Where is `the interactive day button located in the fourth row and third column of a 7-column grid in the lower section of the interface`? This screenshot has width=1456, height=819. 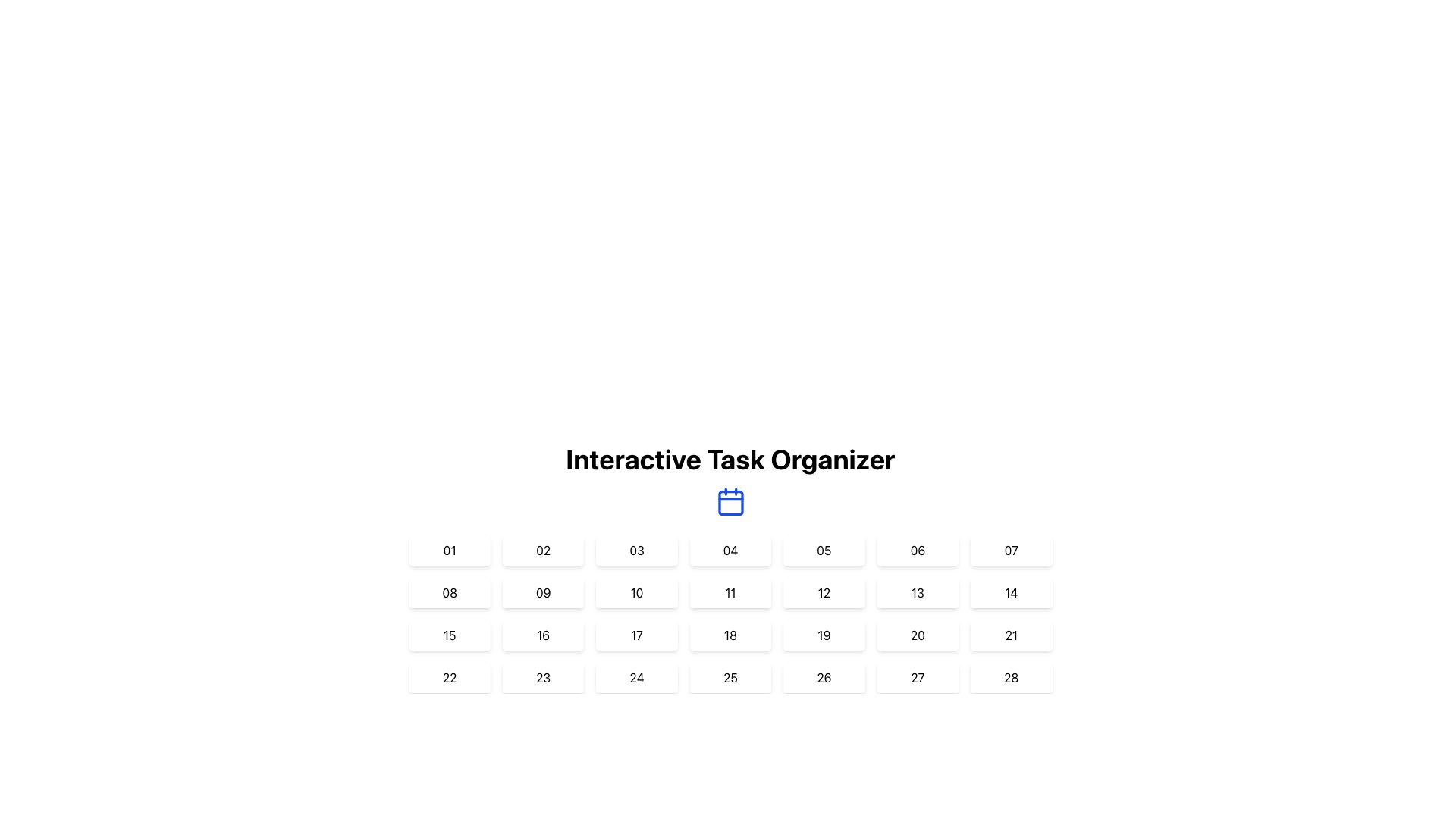
the interactive day button located in the fourth row and third column of a 7-column grid in the lower section of the interface is located at coordinates (637, 677).